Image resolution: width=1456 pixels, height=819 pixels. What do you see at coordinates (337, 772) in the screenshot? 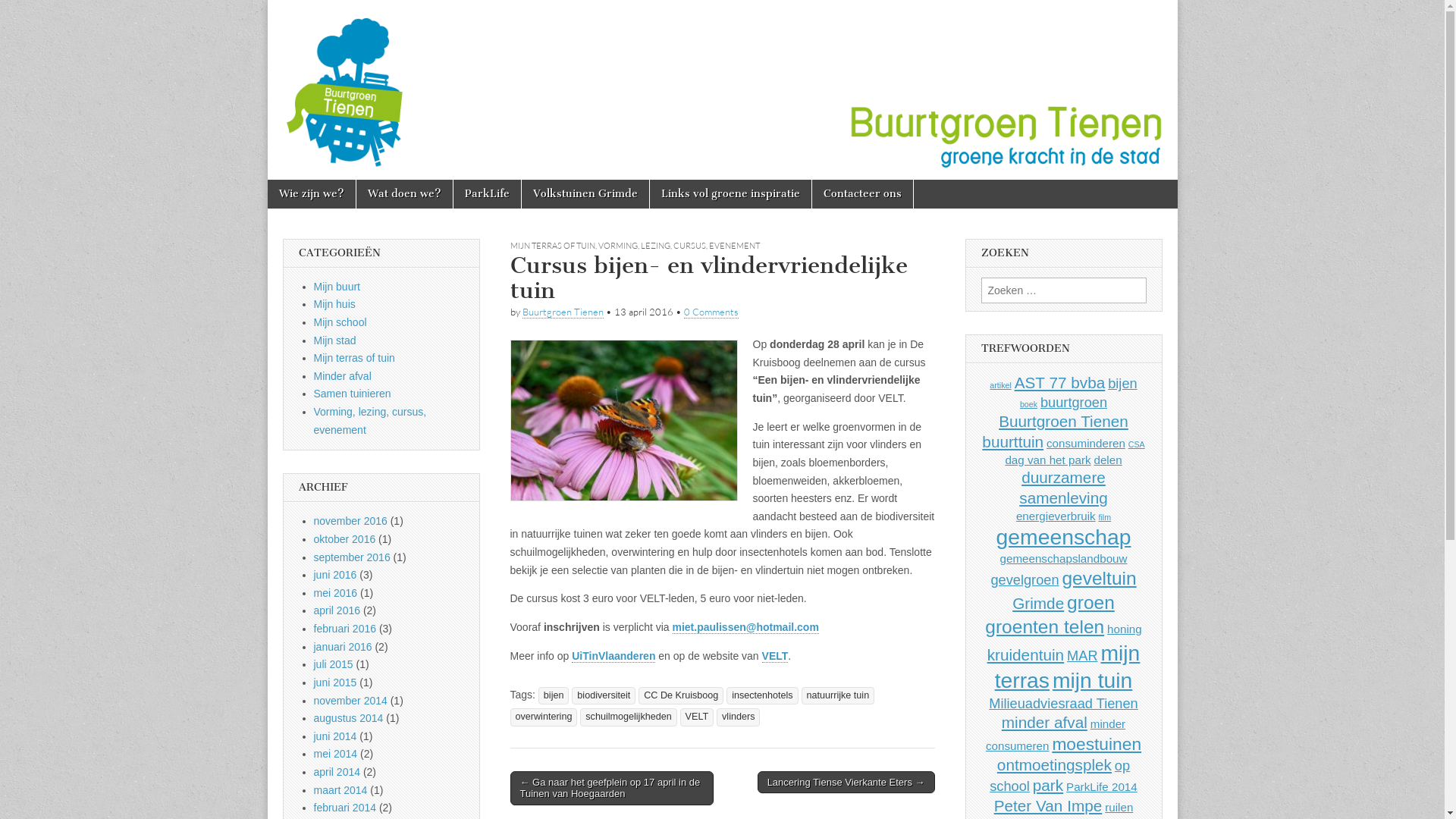
I see `'april 2014'` at bounding box center [337, 772].